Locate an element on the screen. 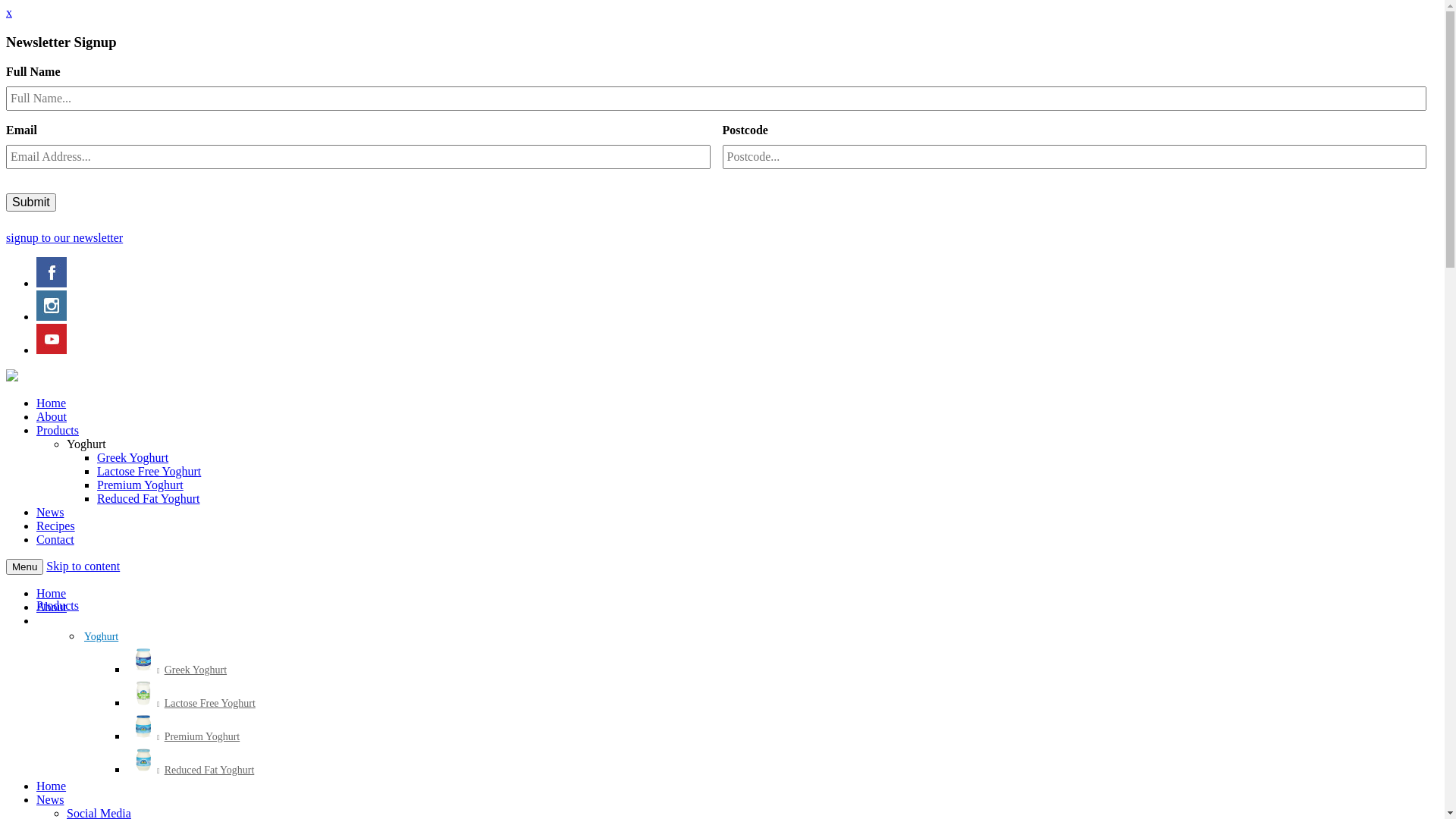 The width and height of the screenshot is (1456, 819). 'Home' is located at coordinates (51, 785).